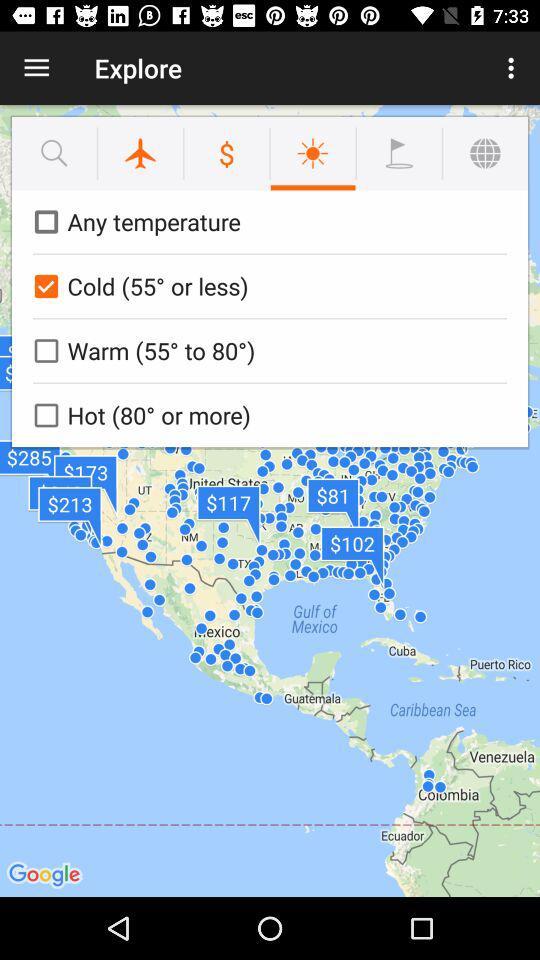  What do you see at coordinates (513, 68) in the screenshot?
I see `the item to the right of the explore item` at bounding box center [513, 68].